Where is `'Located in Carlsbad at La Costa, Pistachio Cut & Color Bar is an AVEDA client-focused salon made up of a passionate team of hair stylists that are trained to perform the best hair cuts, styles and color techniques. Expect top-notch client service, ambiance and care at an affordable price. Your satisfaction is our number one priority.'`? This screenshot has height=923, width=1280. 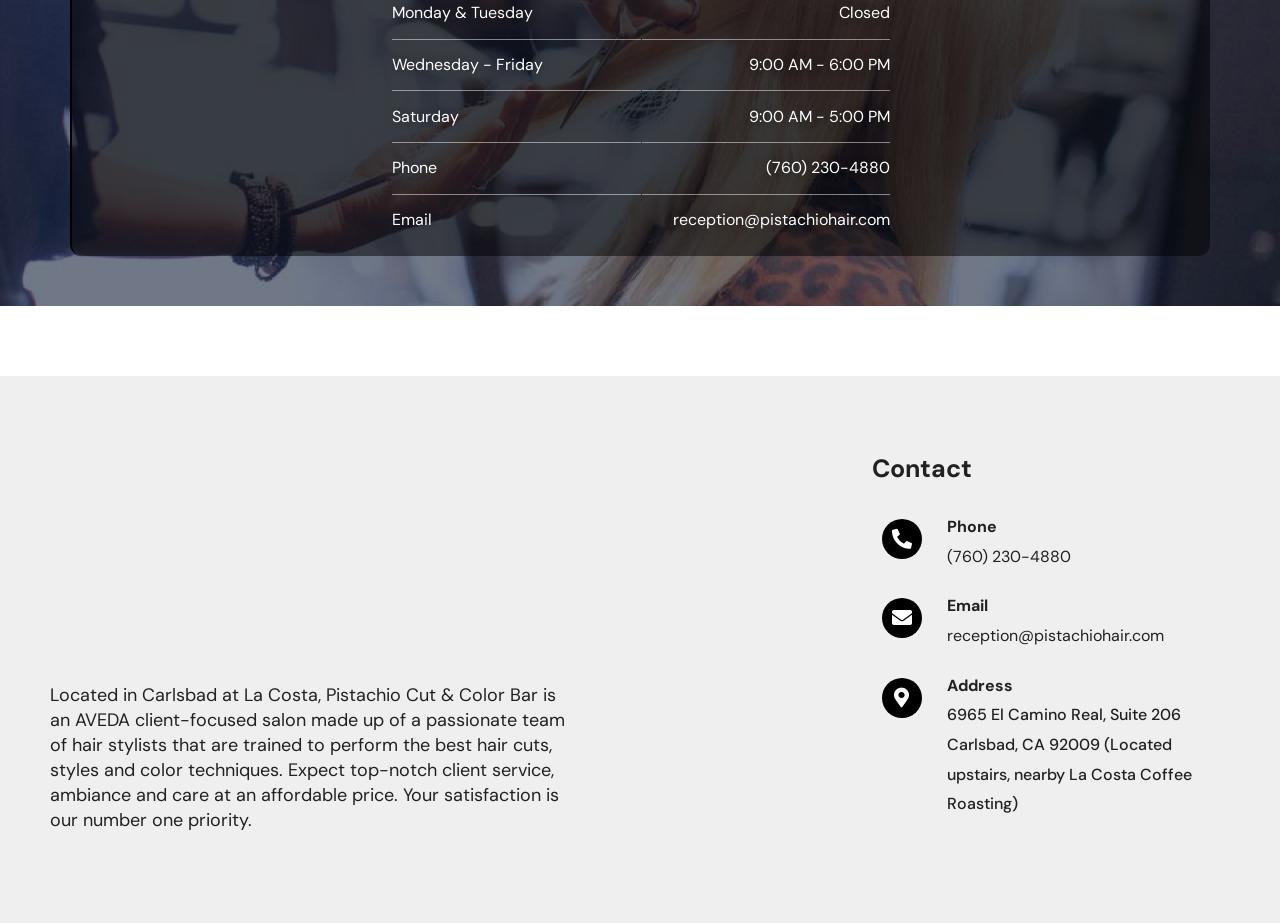 'Located in Carlsbad at La Costa, Pistachio Cut & Color Bar is an AVEDA client-focused salon made up of a passionate team of hair stylists that are trained to perform the best hair cuts, styles and color techniques. Expect top-notch client service, ambiance and care at an affordable price. Your satisfaction is our number one priority.' is located at coordinates (306, 755).